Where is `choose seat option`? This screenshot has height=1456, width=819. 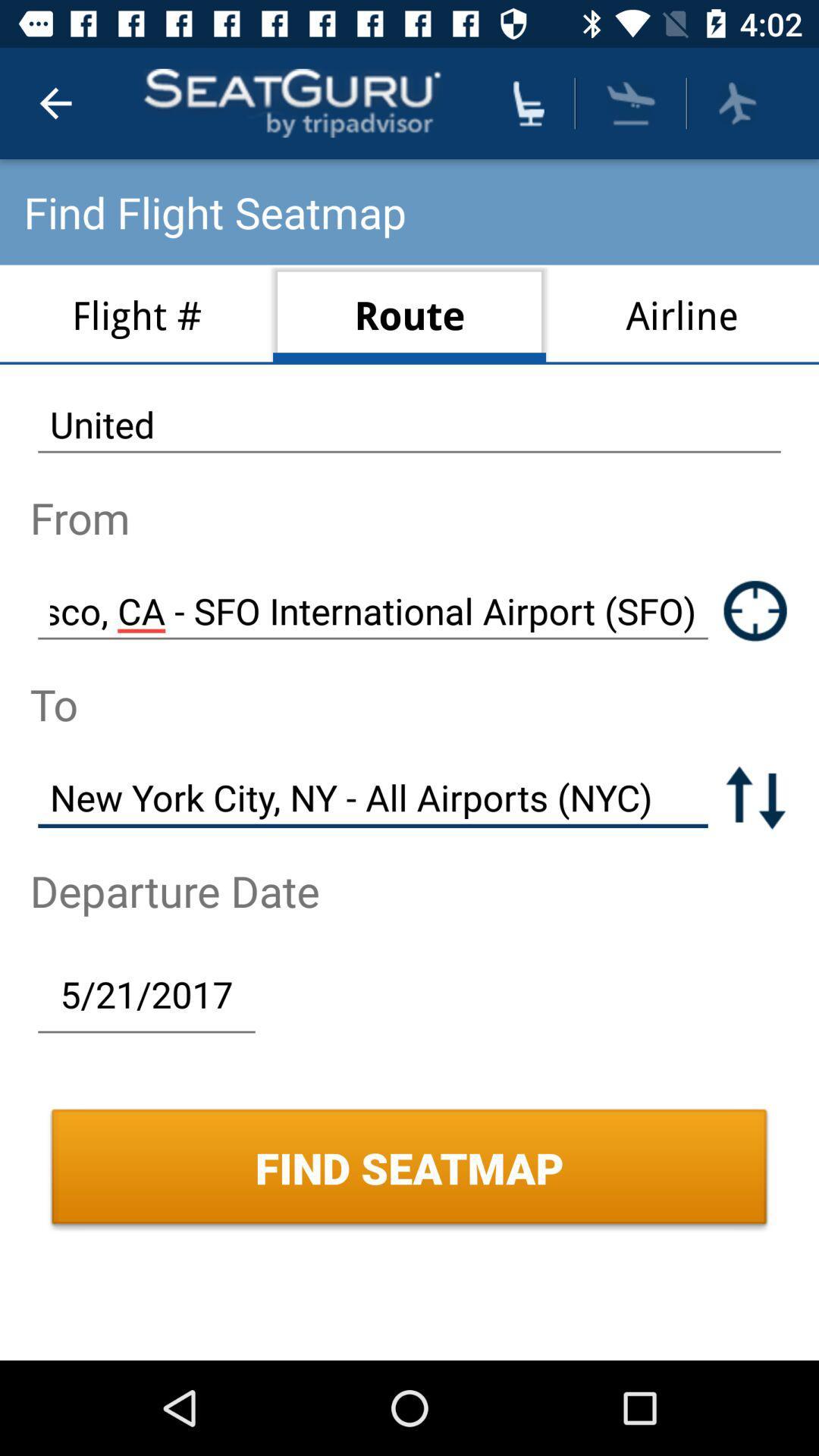
choose seat option is located at coordinates (528, 102).